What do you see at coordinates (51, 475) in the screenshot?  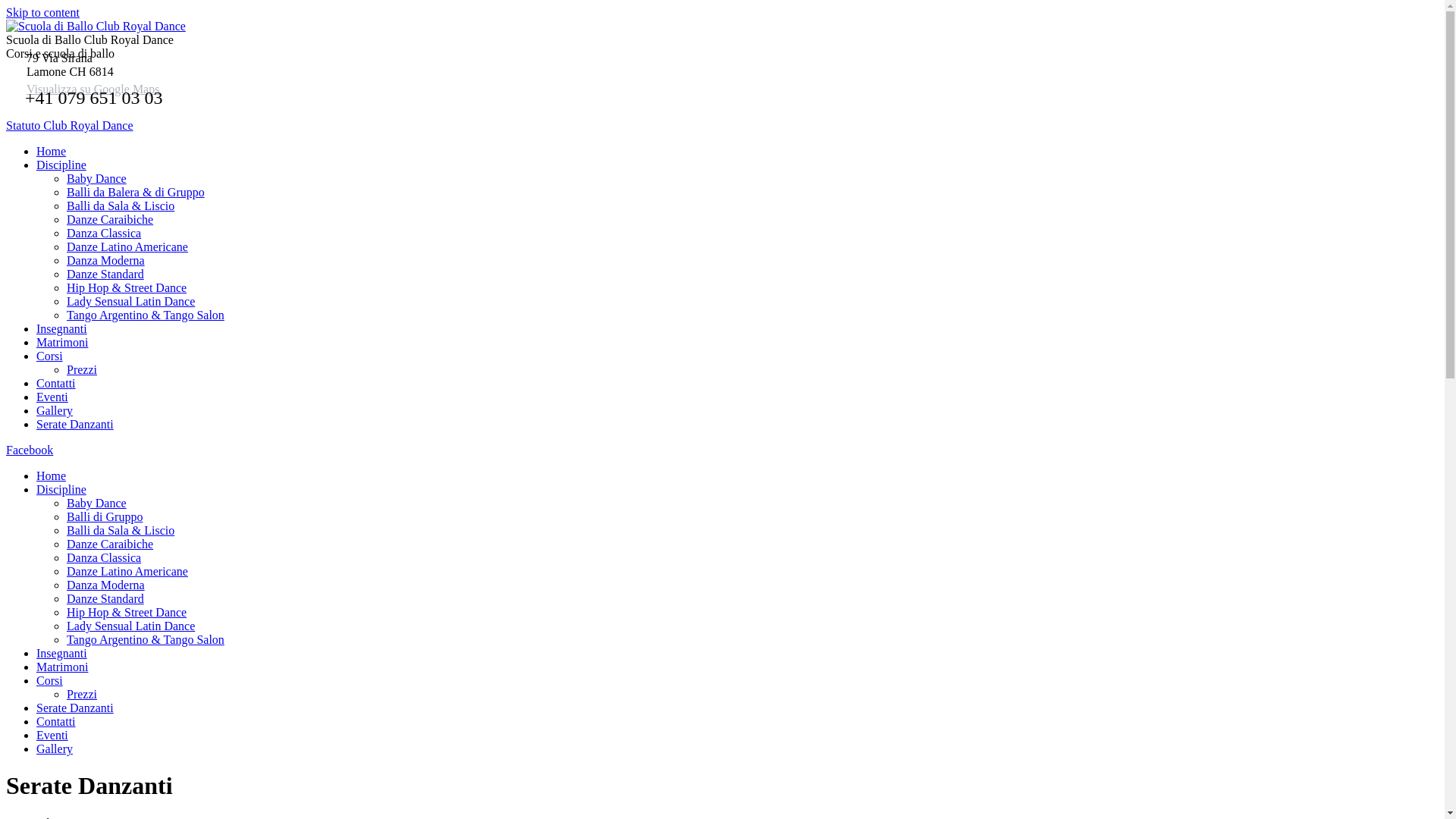 I see `'Home'` at bounding box center [51, 475].